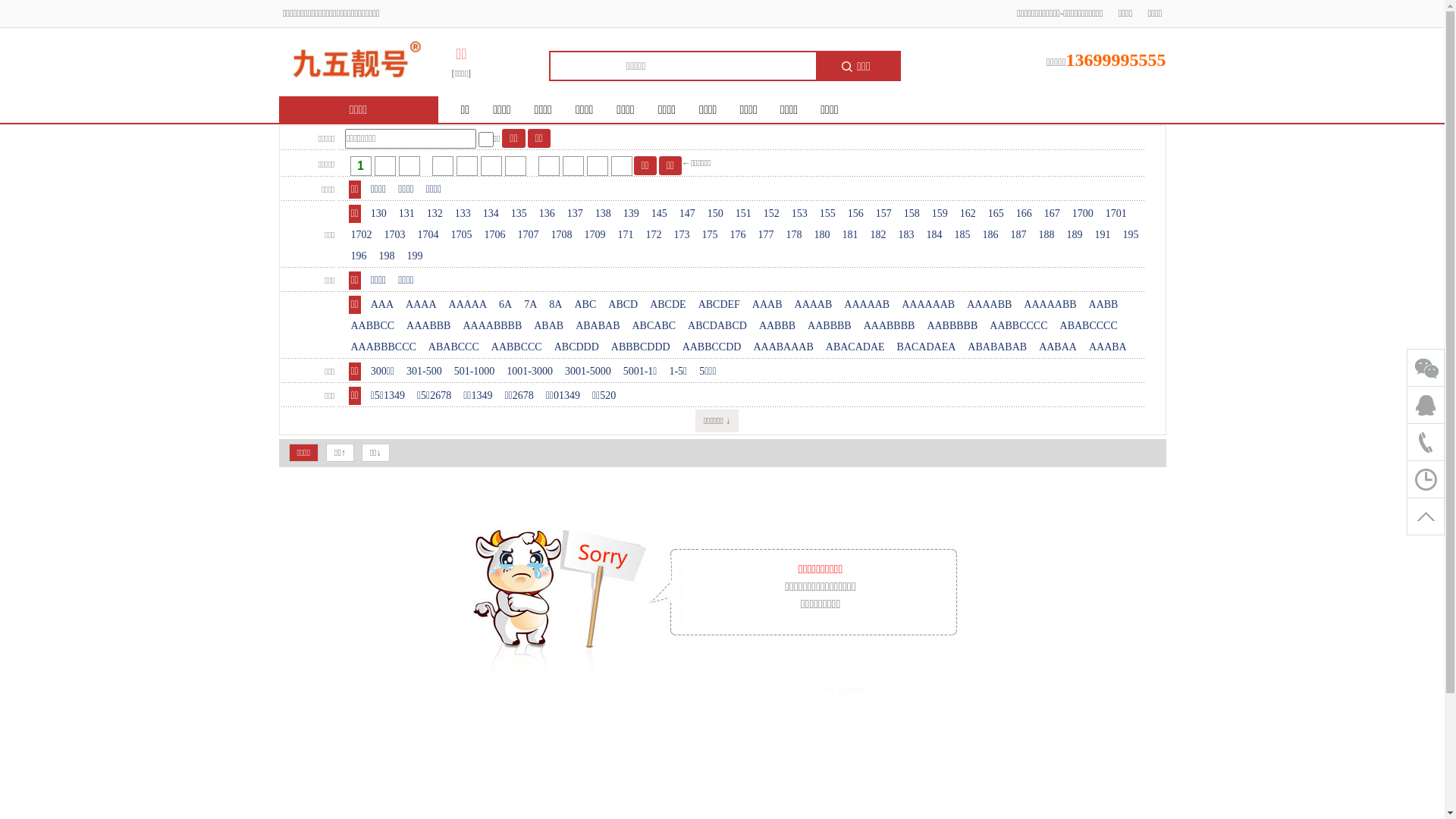  What do you see at coordinates (504, 371) in the screenshot?
I see `'1001-3000'` at bounding box center [504, 371].